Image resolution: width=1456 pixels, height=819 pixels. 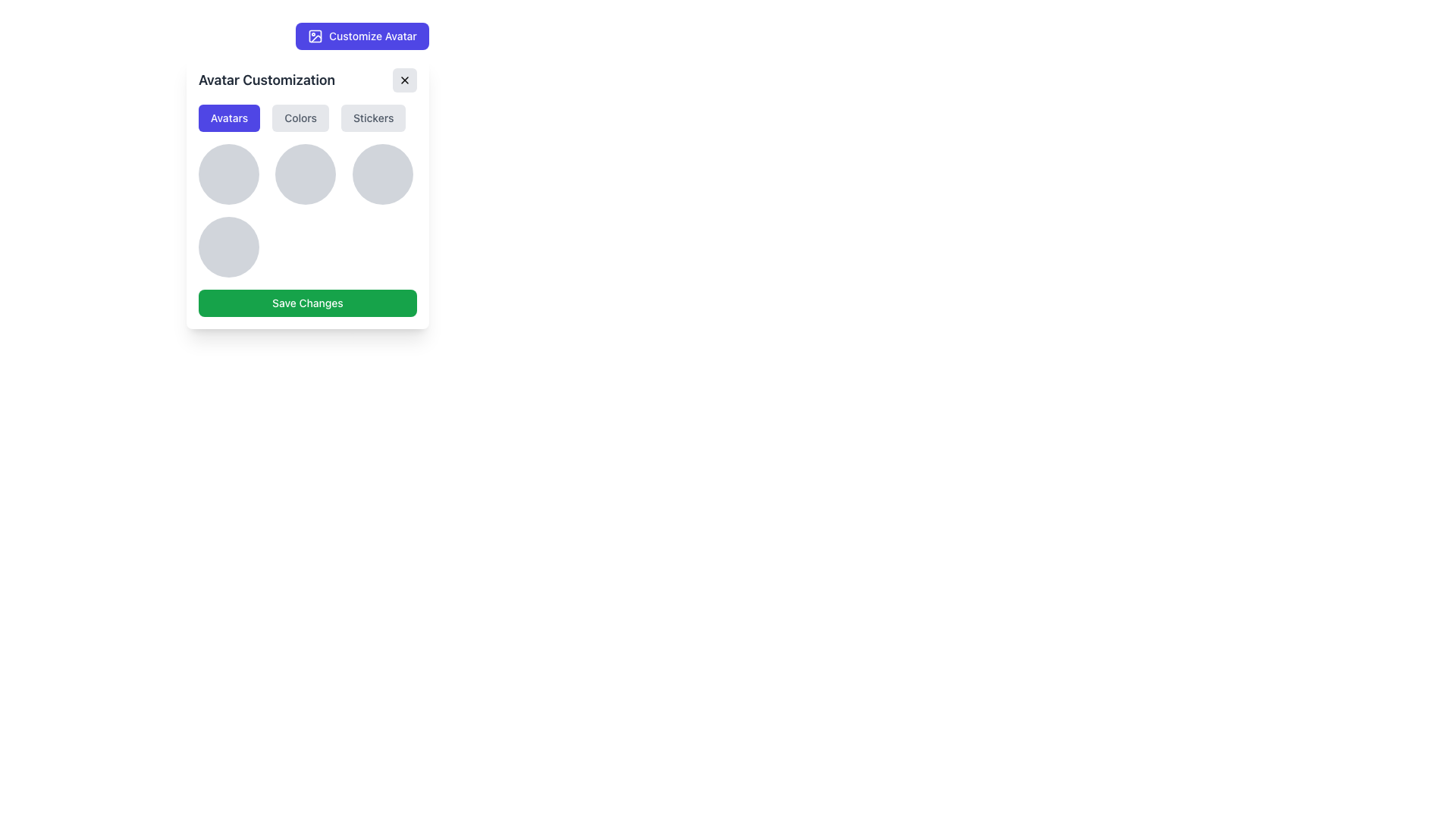 I want to click on the first circular option in the Avatar Customization section, so click(x=227, y=174).